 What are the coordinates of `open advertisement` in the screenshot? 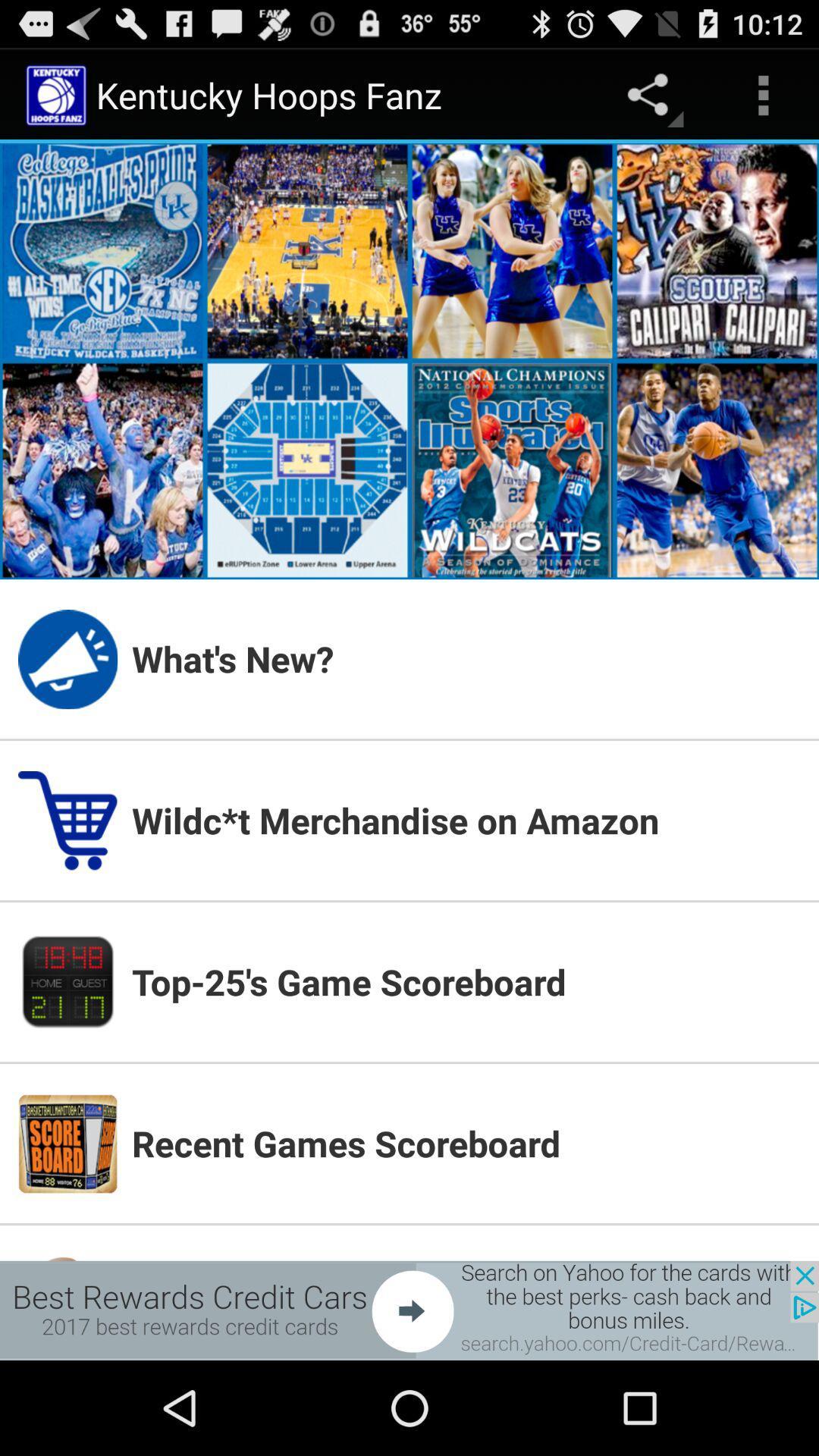 It's located at (409, 1310).